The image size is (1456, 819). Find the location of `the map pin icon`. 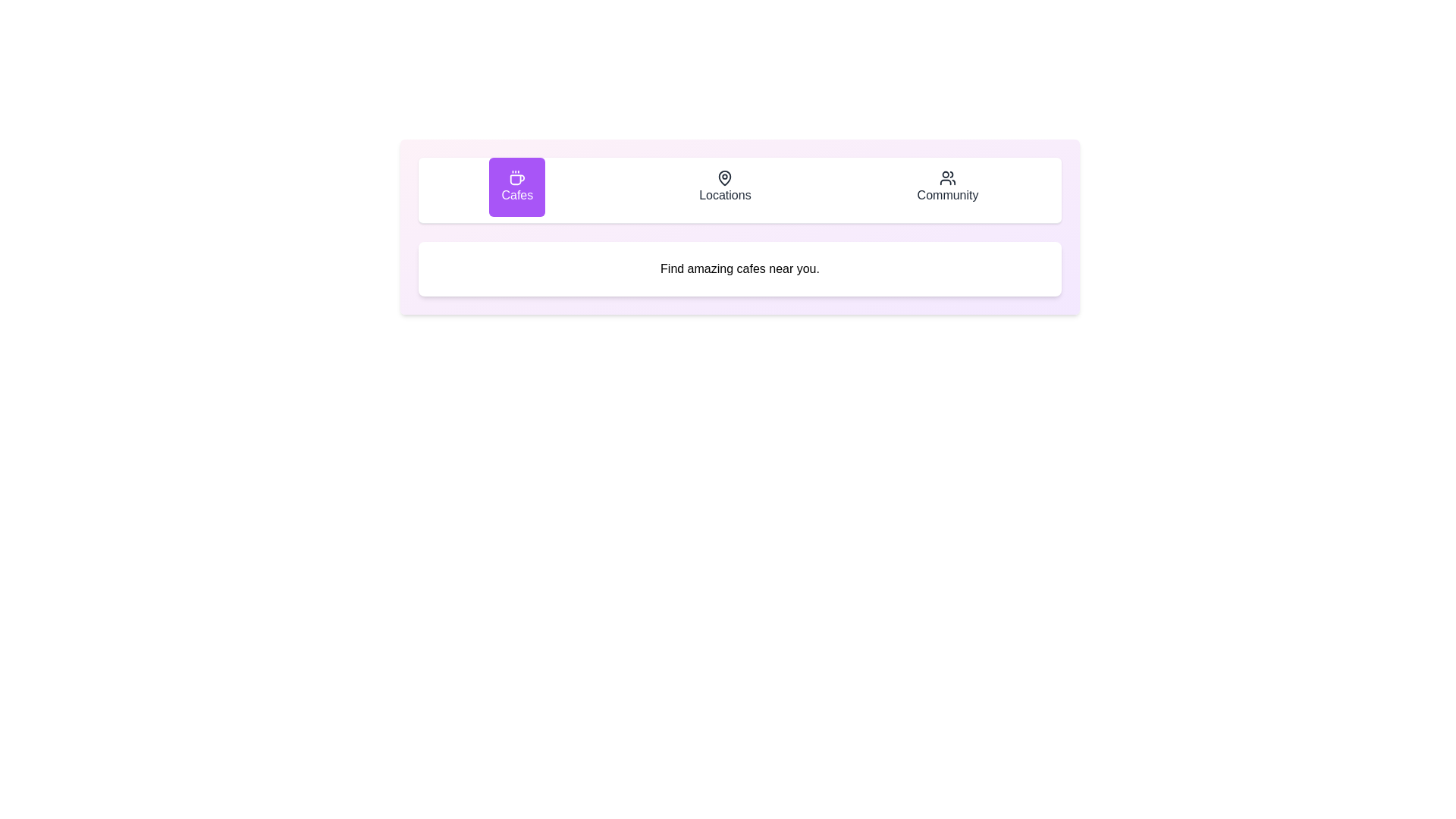

the map pin icon is located at coordinates (724, 177).